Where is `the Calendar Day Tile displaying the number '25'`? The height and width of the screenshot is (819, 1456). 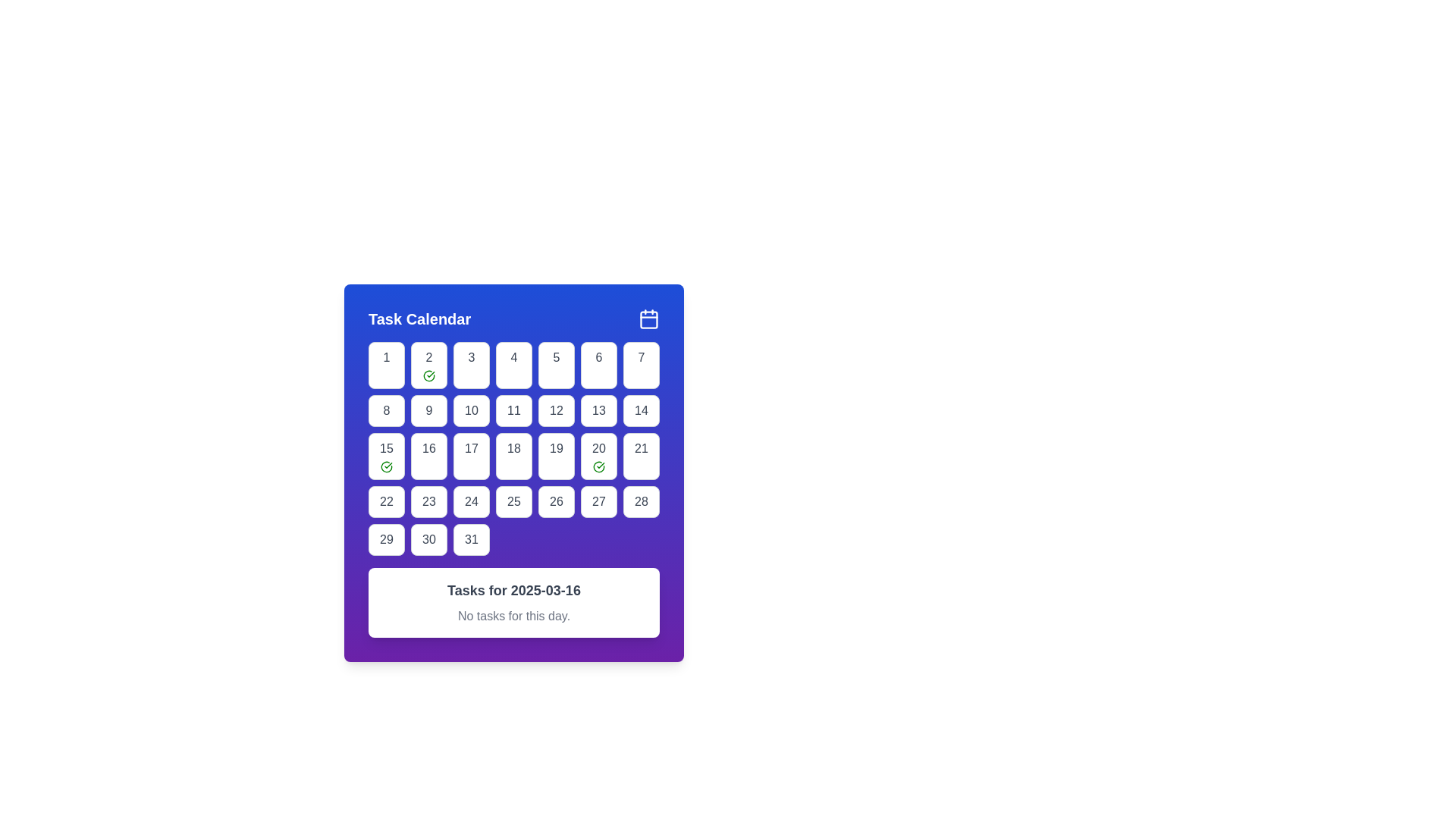
the Calendar Day Tile displaying the number '25' is located at coordinates (513, 502).